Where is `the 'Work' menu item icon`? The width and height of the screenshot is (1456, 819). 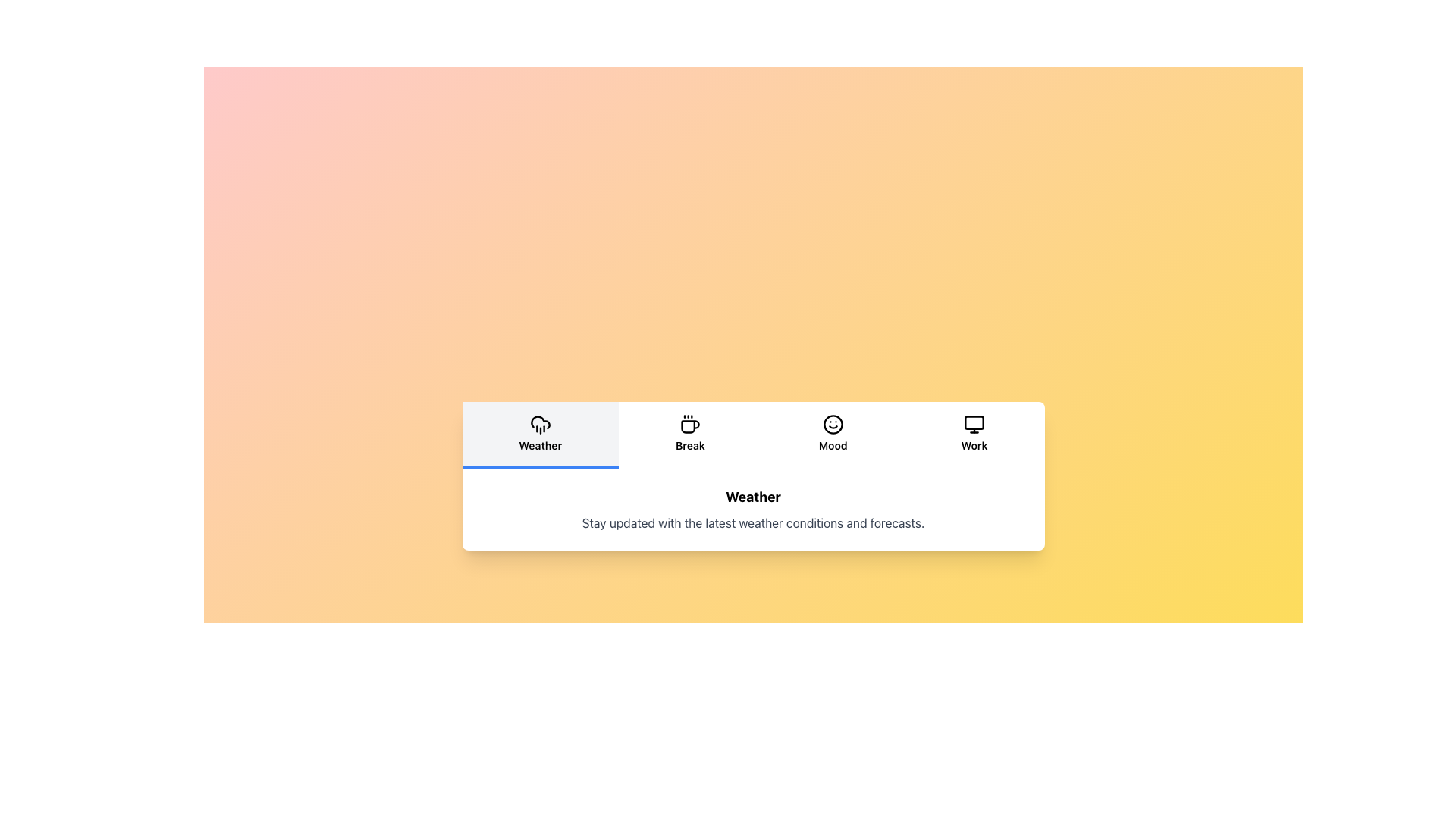
the 'Work' menu item icon is located at coordinates (974, 433).